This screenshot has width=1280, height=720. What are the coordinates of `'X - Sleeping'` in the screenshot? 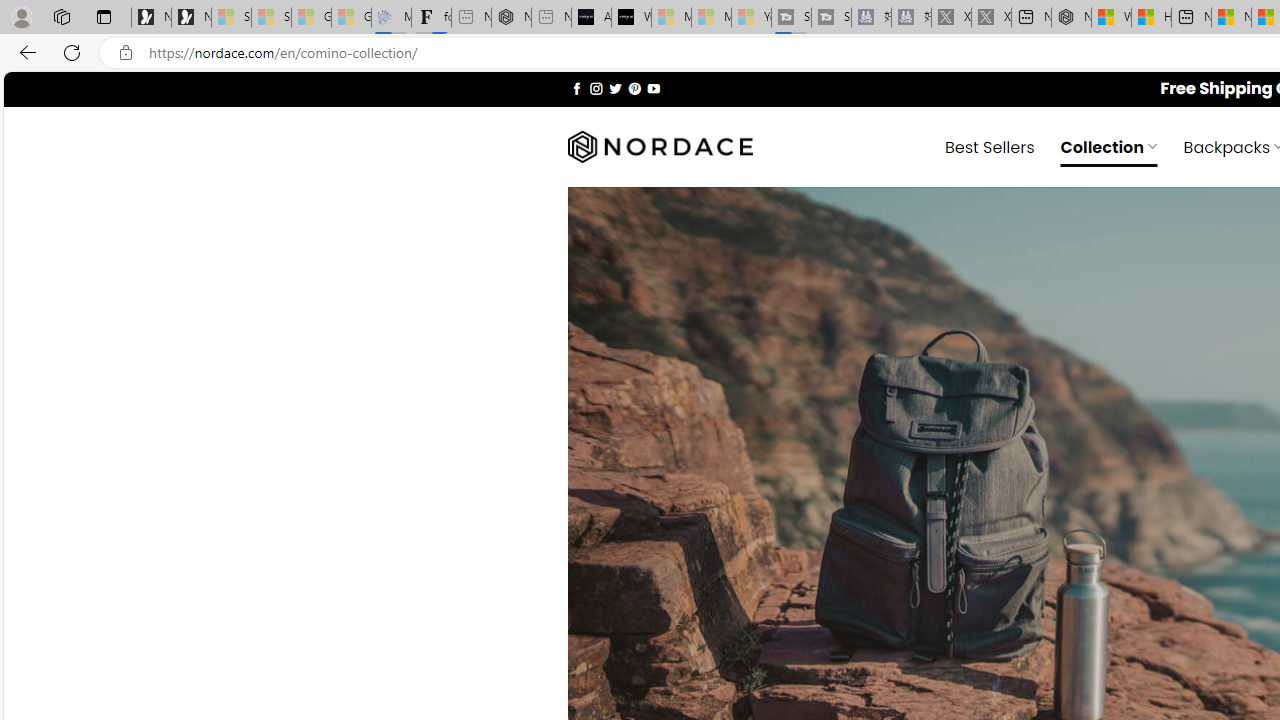 It's located at (991, 17).